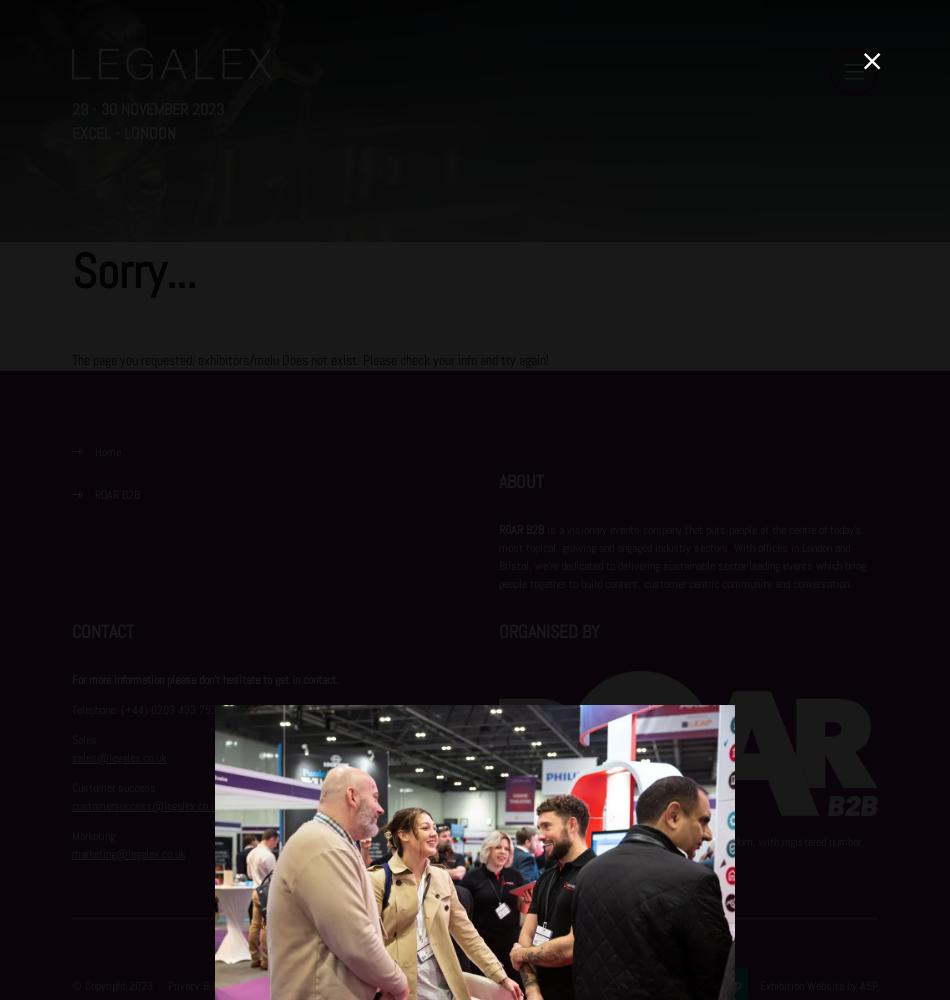 Image resolution: width=950 pixels, height=1000 pixels. I want to click on 'Cookie Policy', so click(278, 984).